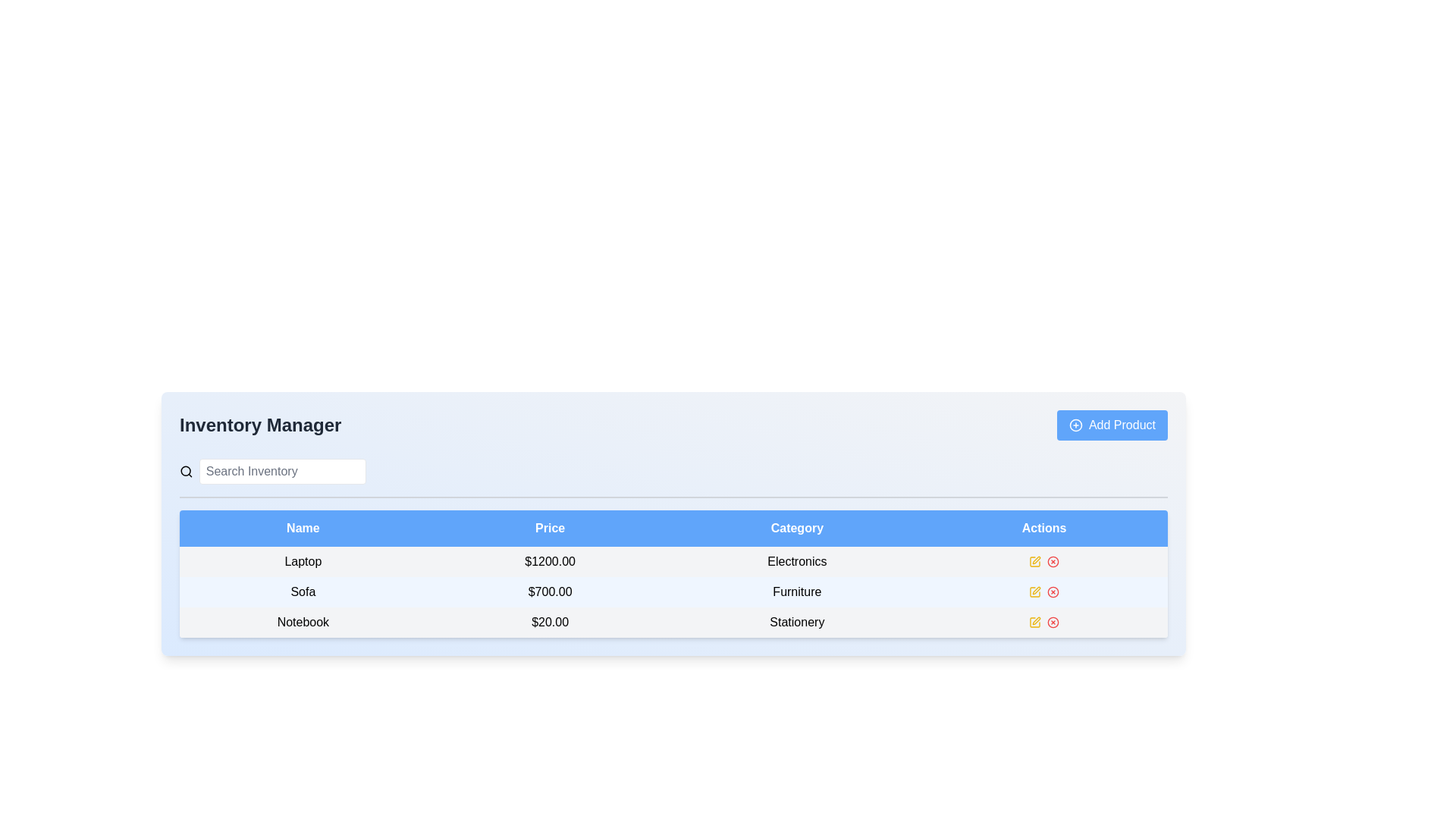 The image size is (1456, 819). I want to click on the 'Category' header text label, which is the third header in a sequence of four, positioned between 'Price' and 'Actions' at the top-center area of the table, so click(796, 528).